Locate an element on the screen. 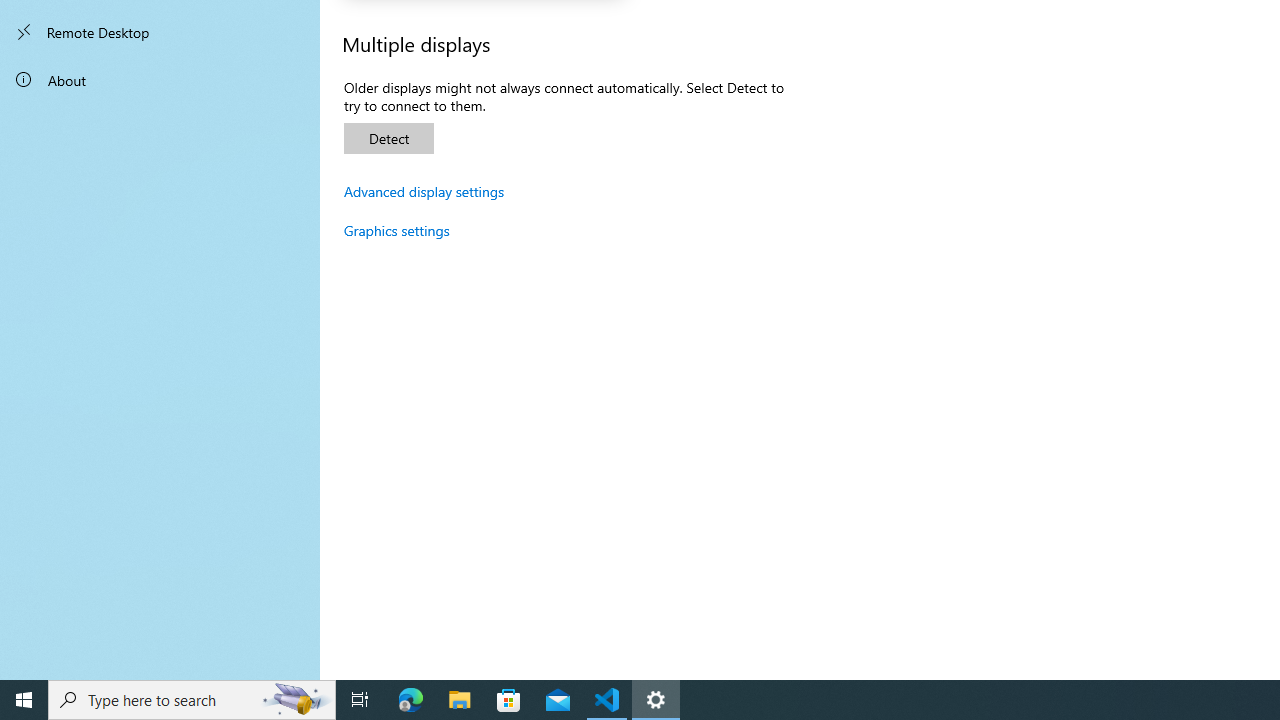  'Remote Desktop' is located at coordinates (160, 32).